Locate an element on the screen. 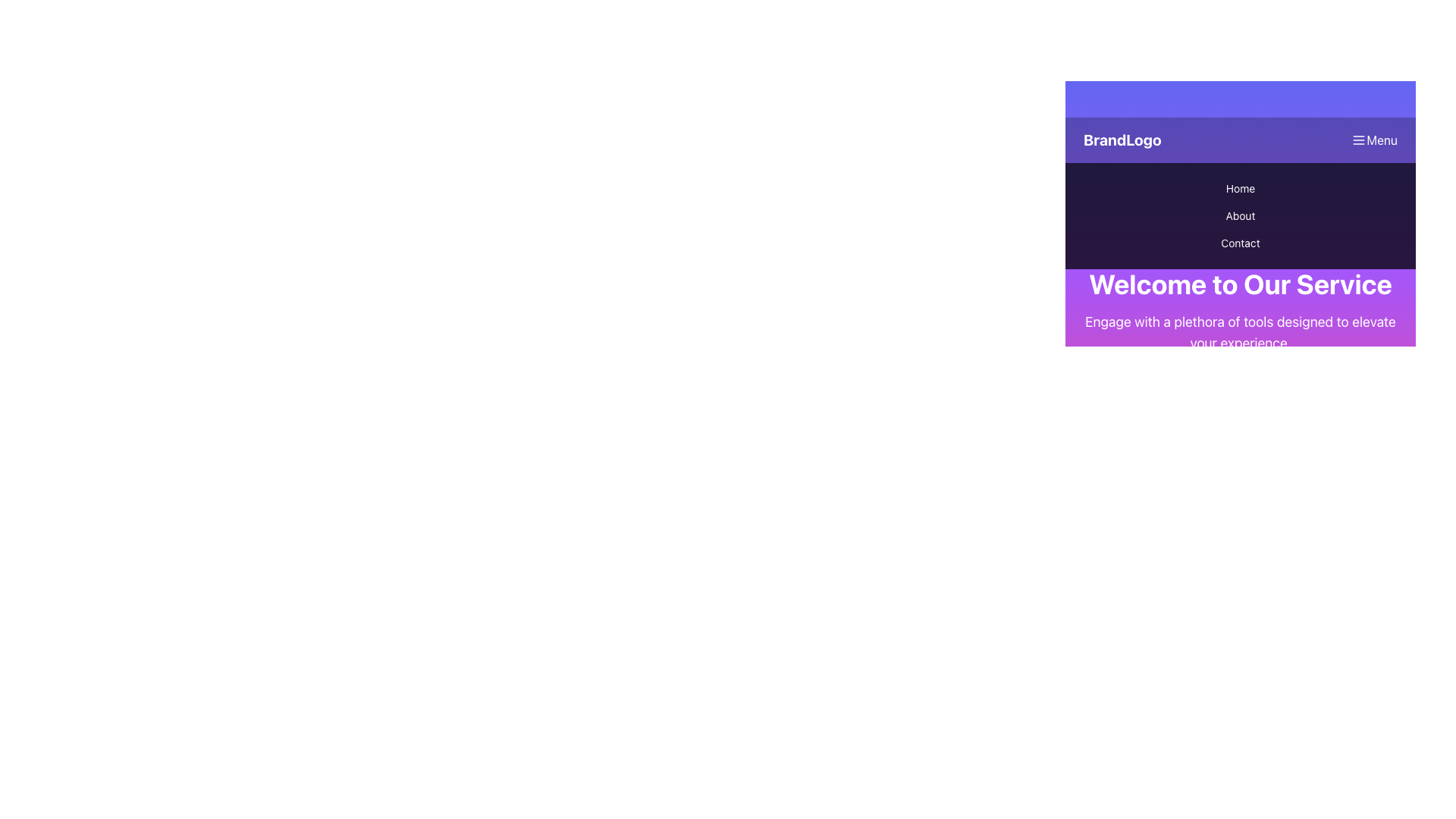  the Text Display element that shows 'Welcome to Our Service' in large, bold white font on a vibrant purple background is located at coordinates (1241, 284).